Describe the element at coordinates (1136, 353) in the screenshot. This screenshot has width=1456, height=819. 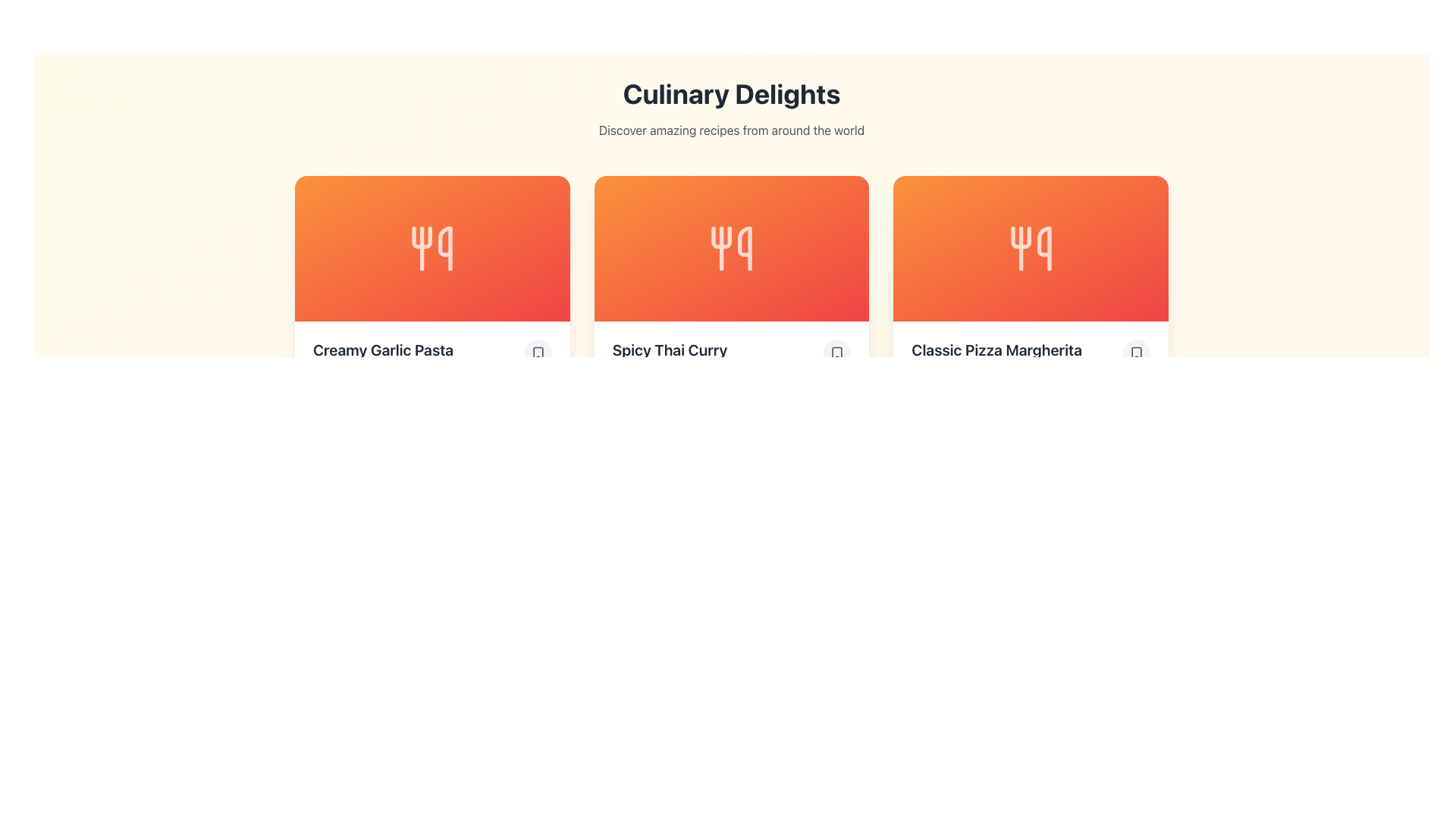
I see `the bookmark icon within the circular light gray background located in the bottom-right corner of the 'Classic Pizza Margherita' recipe card` at that location.